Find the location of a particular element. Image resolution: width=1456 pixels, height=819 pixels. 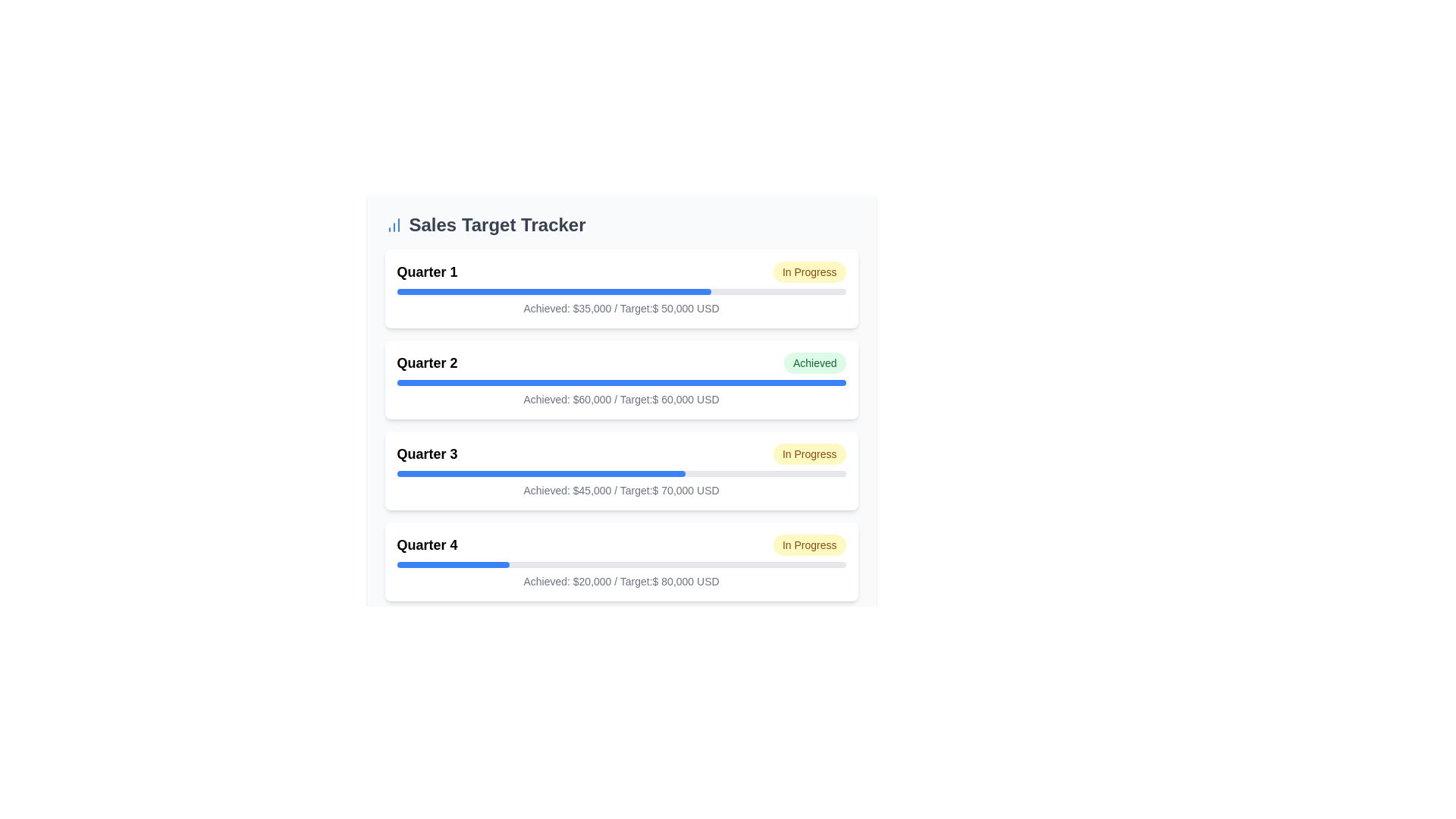

the Progress Indicator for 'Quarter 4', which is a narrow rectangular bar filled with solid blue color, positioned within a larger gray rounded bar is located at coordinates (452, 564).